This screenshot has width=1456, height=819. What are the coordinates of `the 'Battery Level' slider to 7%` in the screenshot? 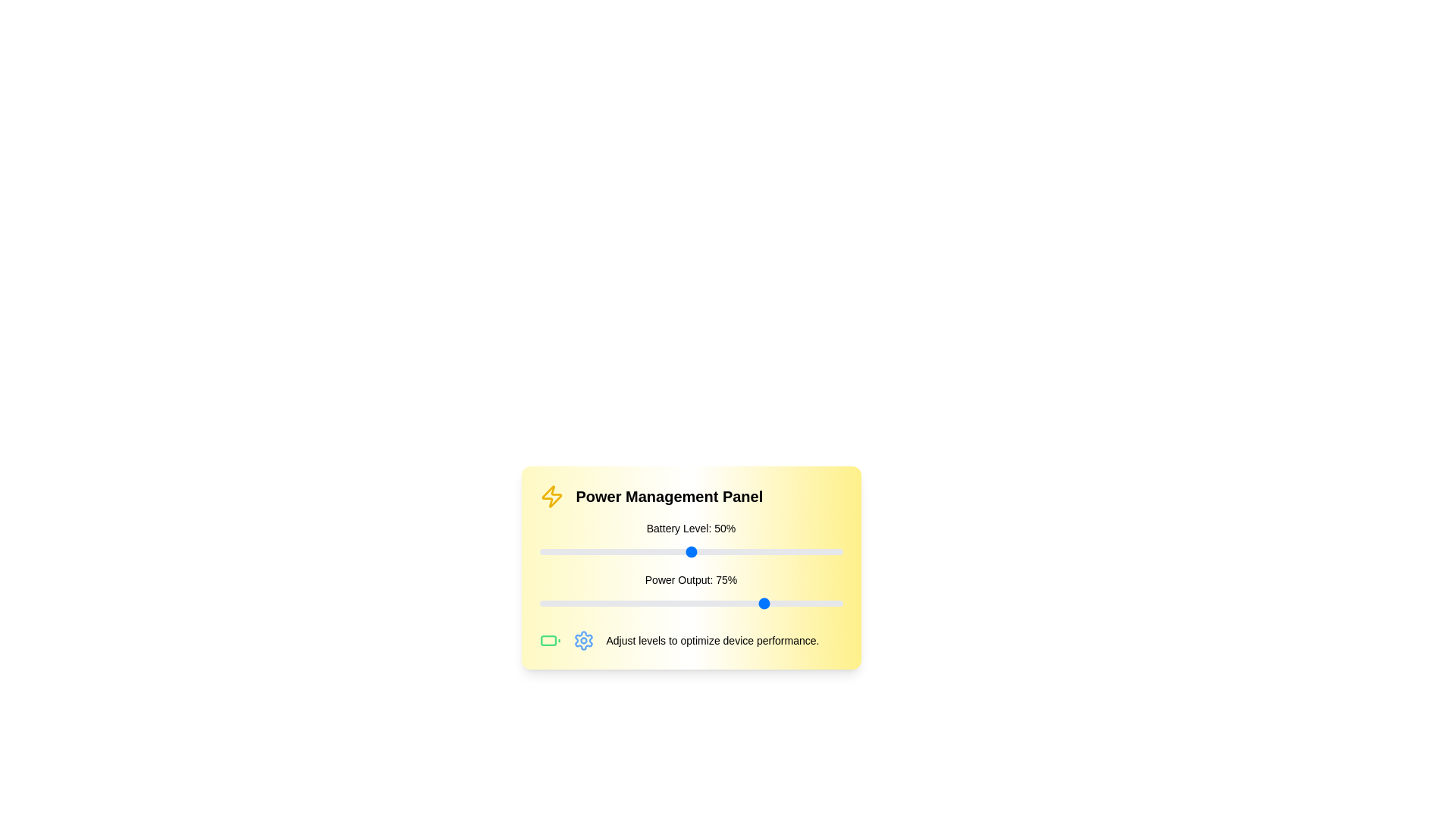 It's located at (560, 552).